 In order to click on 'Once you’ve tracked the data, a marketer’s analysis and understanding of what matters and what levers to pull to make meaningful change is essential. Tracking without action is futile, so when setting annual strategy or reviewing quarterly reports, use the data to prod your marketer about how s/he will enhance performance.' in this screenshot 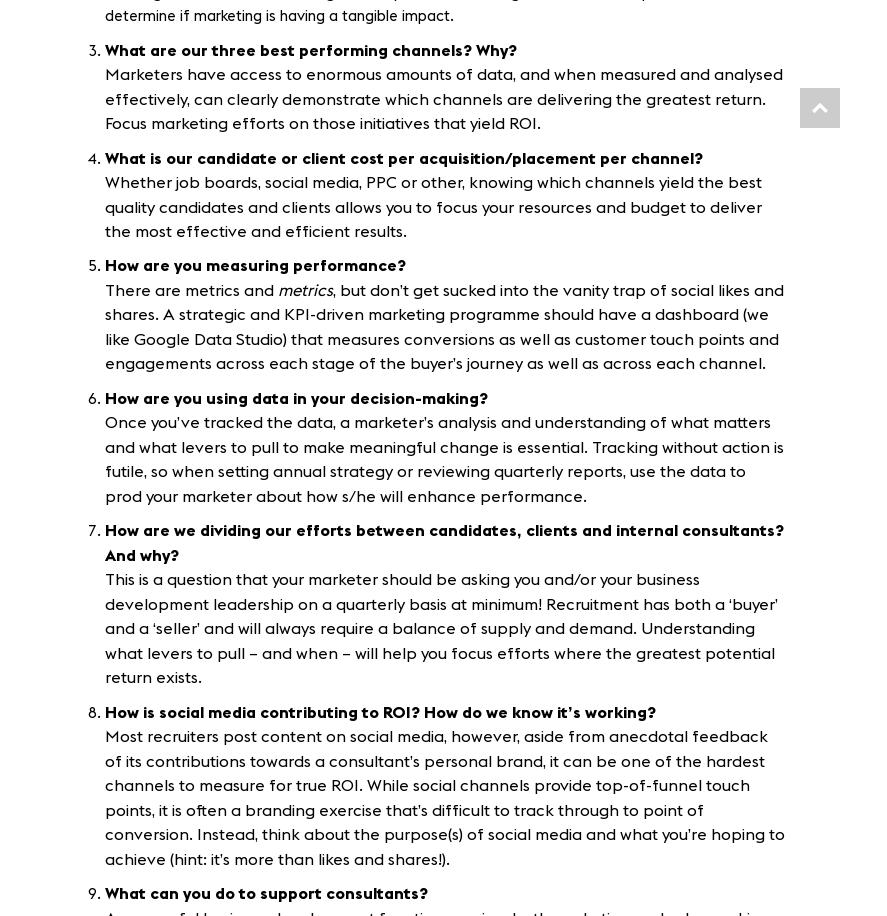, I will do `click(444, 459)`.